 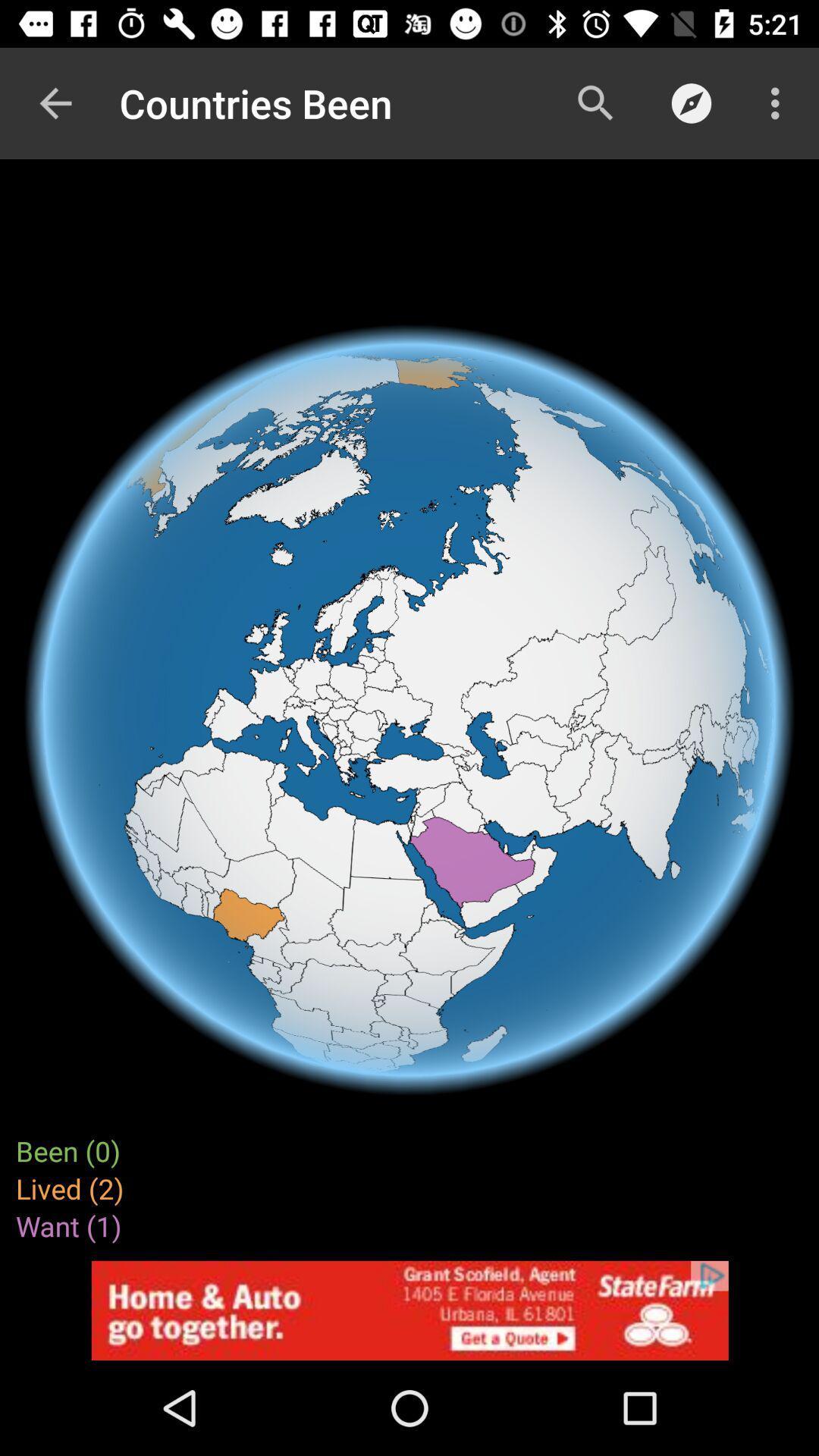 I want to click on open an advertisements, so click(x=409, y=1310).